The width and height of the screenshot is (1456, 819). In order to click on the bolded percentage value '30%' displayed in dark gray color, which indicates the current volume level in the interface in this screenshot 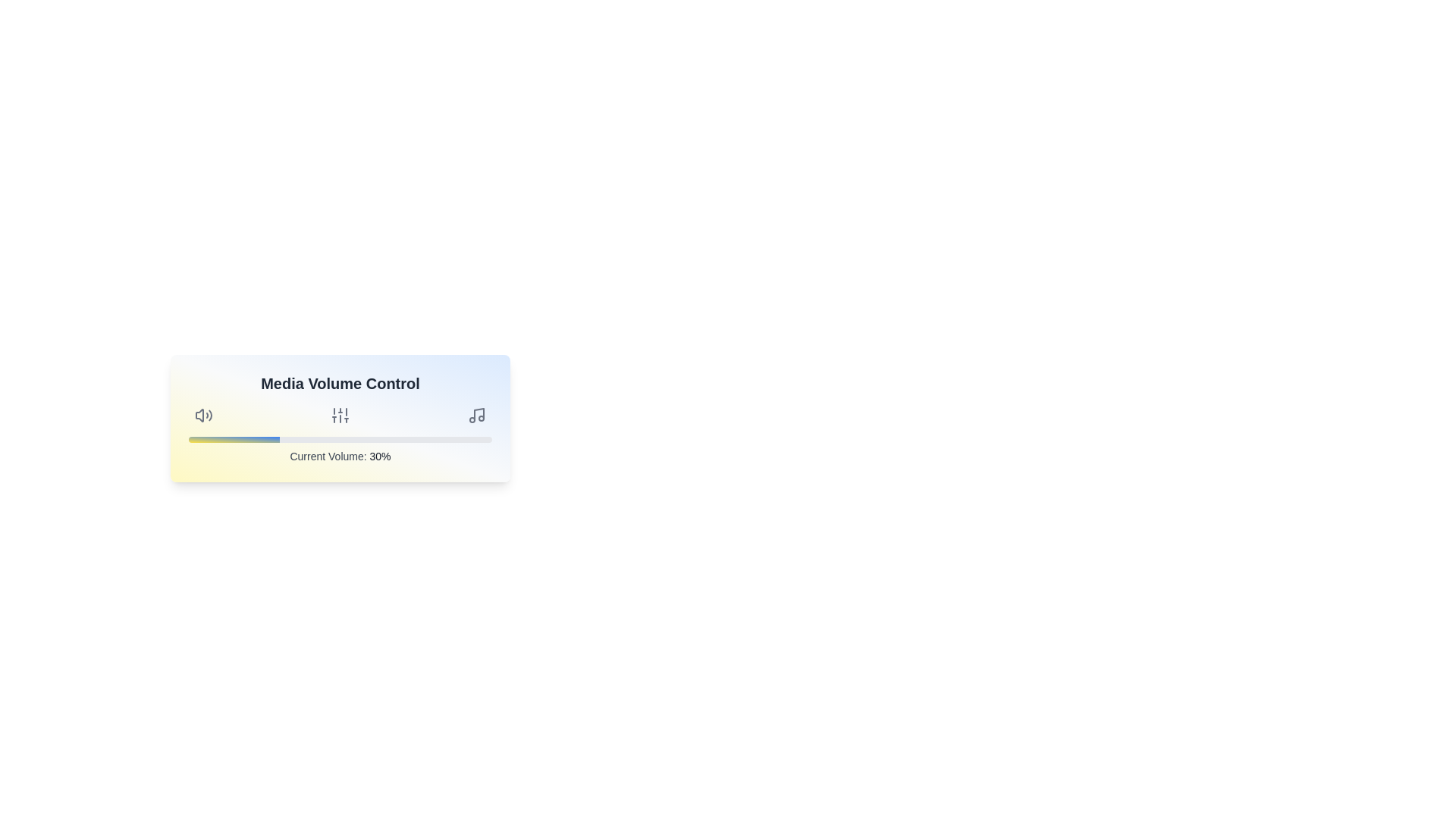, I will do `click(380, 455)`.